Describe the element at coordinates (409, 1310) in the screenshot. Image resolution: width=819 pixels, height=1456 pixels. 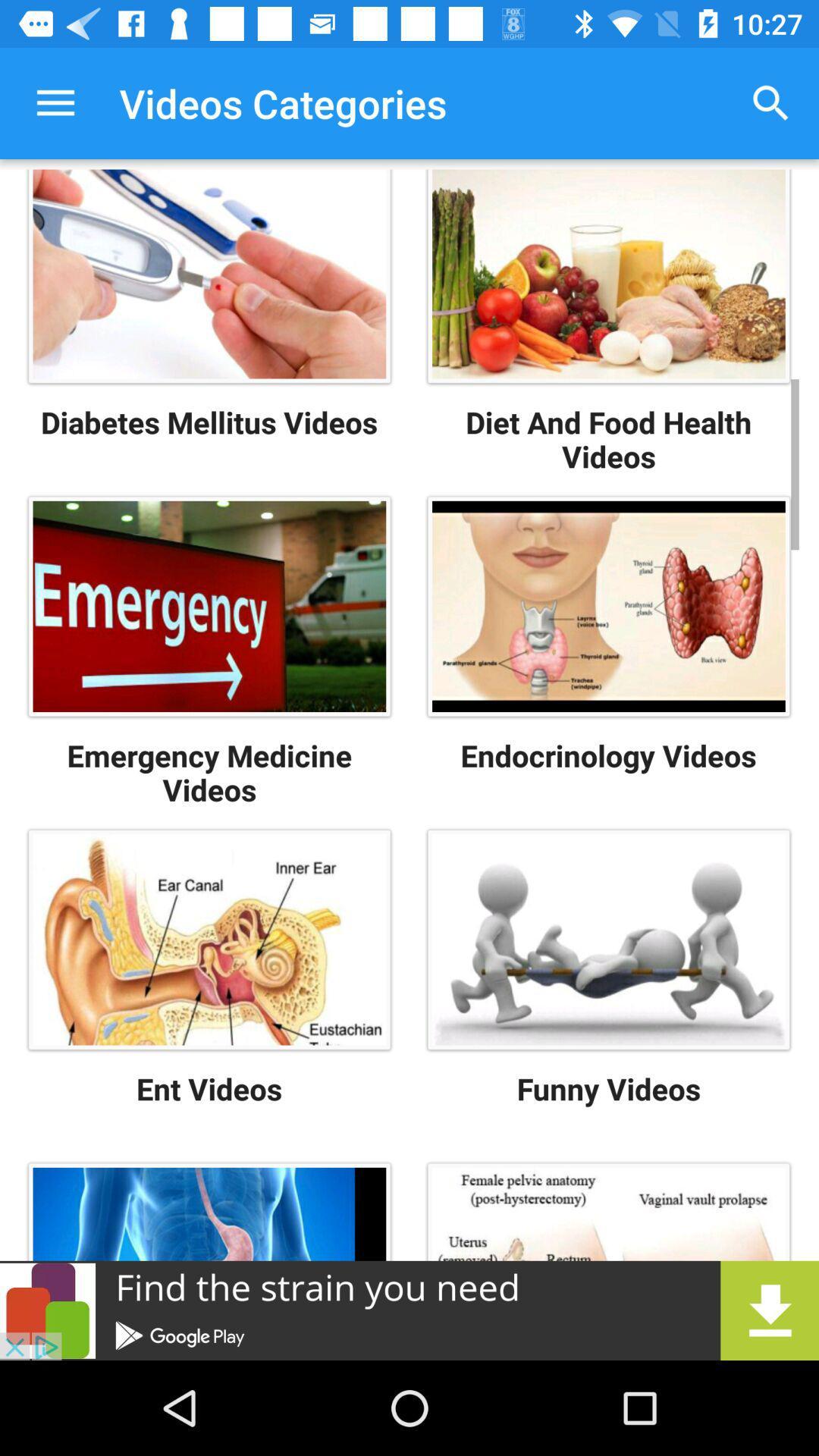
I see `download the app` at that location.